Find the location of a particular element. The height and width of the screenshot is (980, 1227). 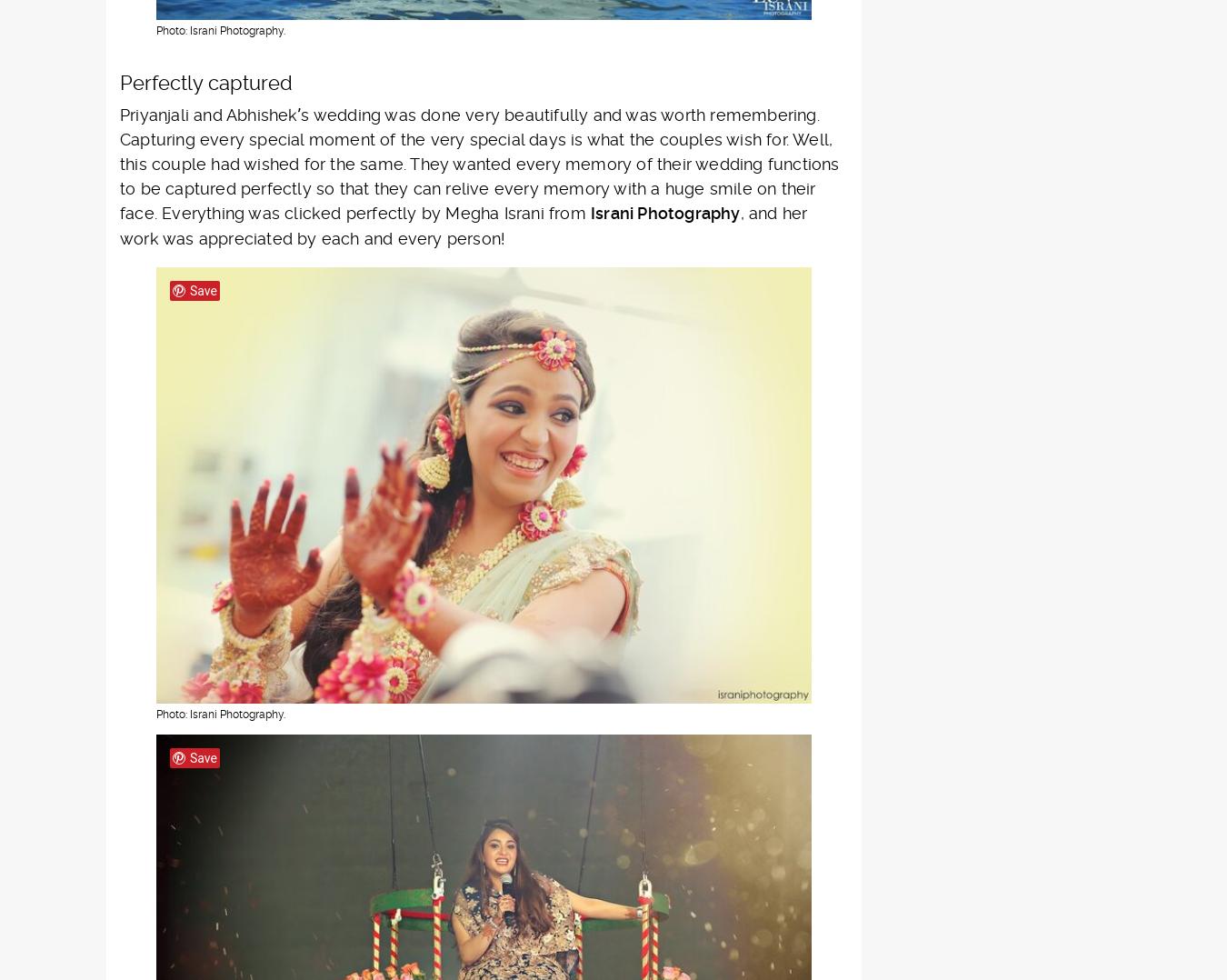

'Top wedding photography of Tamil Nadu' is located at coordinates (159, 336).